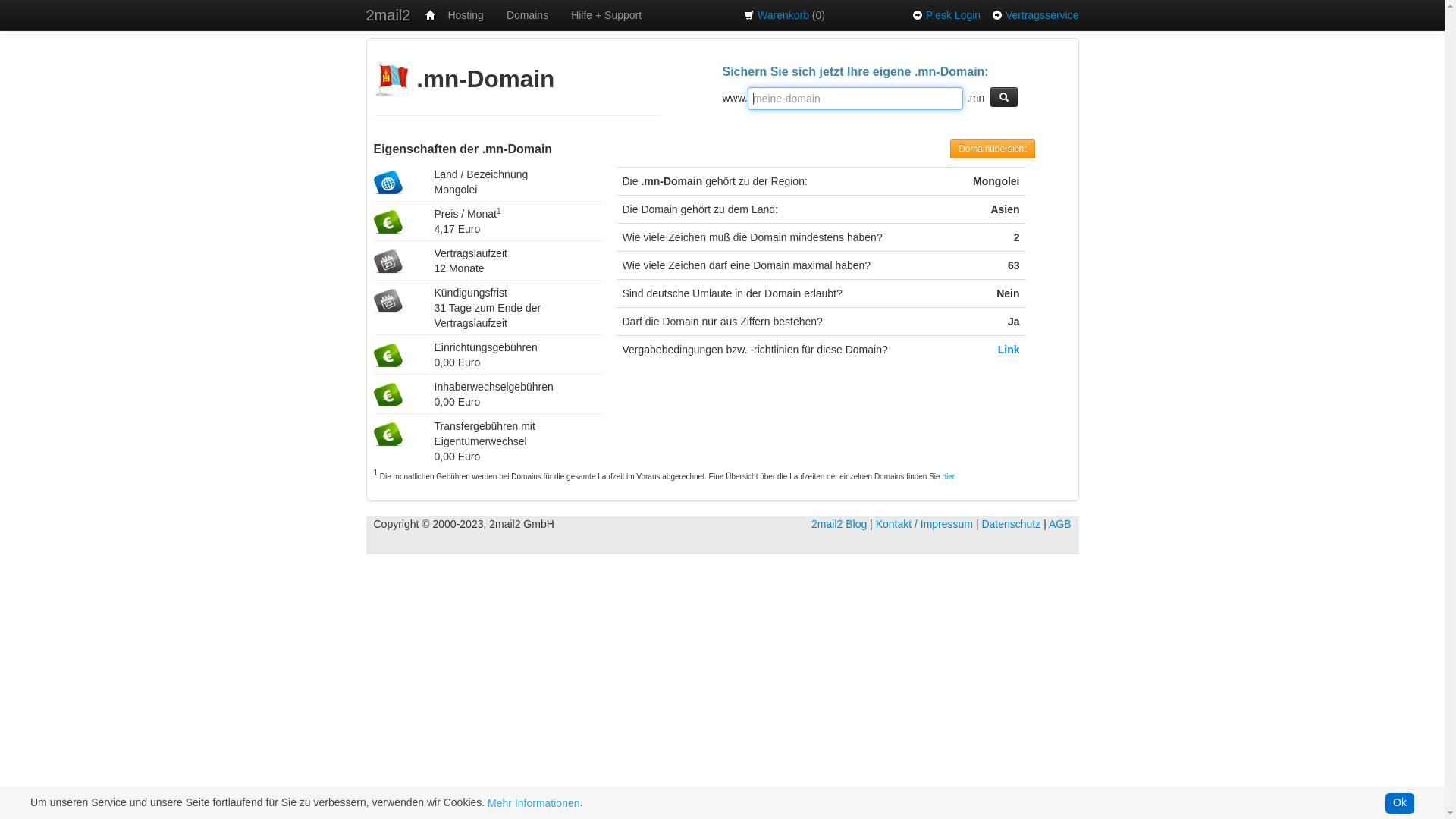 Image resolution: width=1456 pixels, height=819 pixels. I want to click on 'Datenschutz', so click(1011, 522).